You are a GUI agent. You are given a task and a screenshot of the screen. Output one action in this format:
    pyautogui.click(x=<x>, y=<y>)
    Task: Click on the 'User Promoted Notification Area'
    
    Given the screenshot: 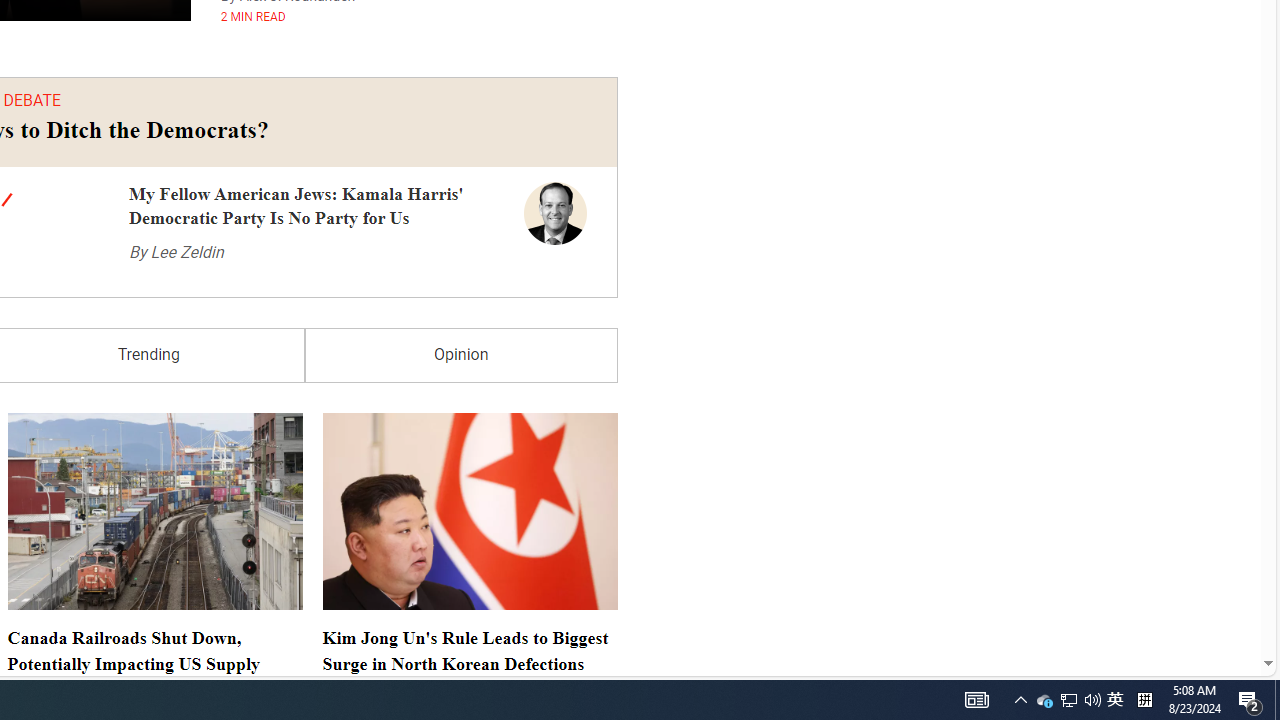 What is the action you would take?
    pyautogui.click(x=1067, y=698)
    